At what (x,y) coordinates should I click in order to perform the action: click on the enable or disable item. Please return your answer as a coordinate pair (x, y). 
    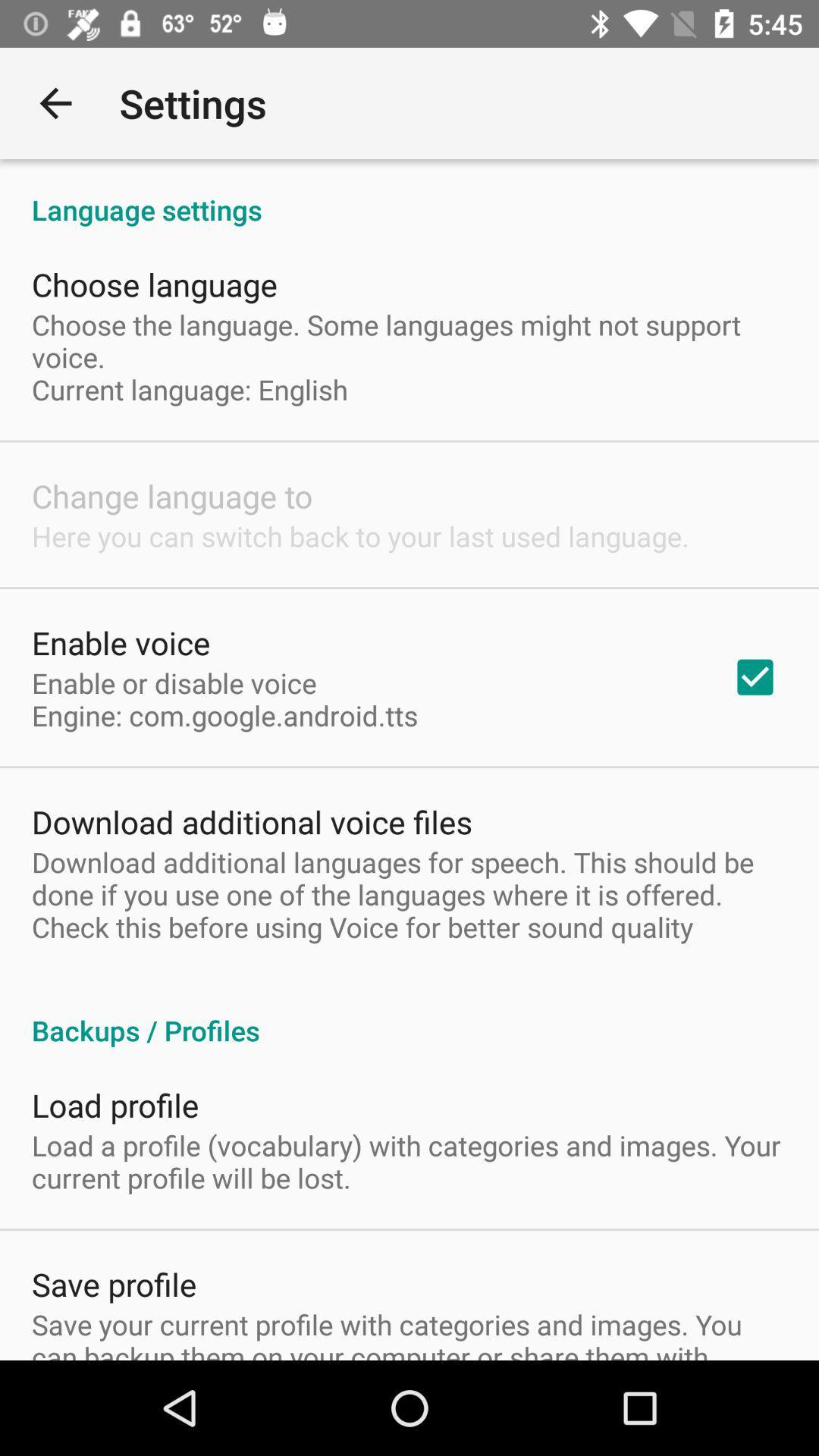
    Looking at the image, I should click on (224, 698).